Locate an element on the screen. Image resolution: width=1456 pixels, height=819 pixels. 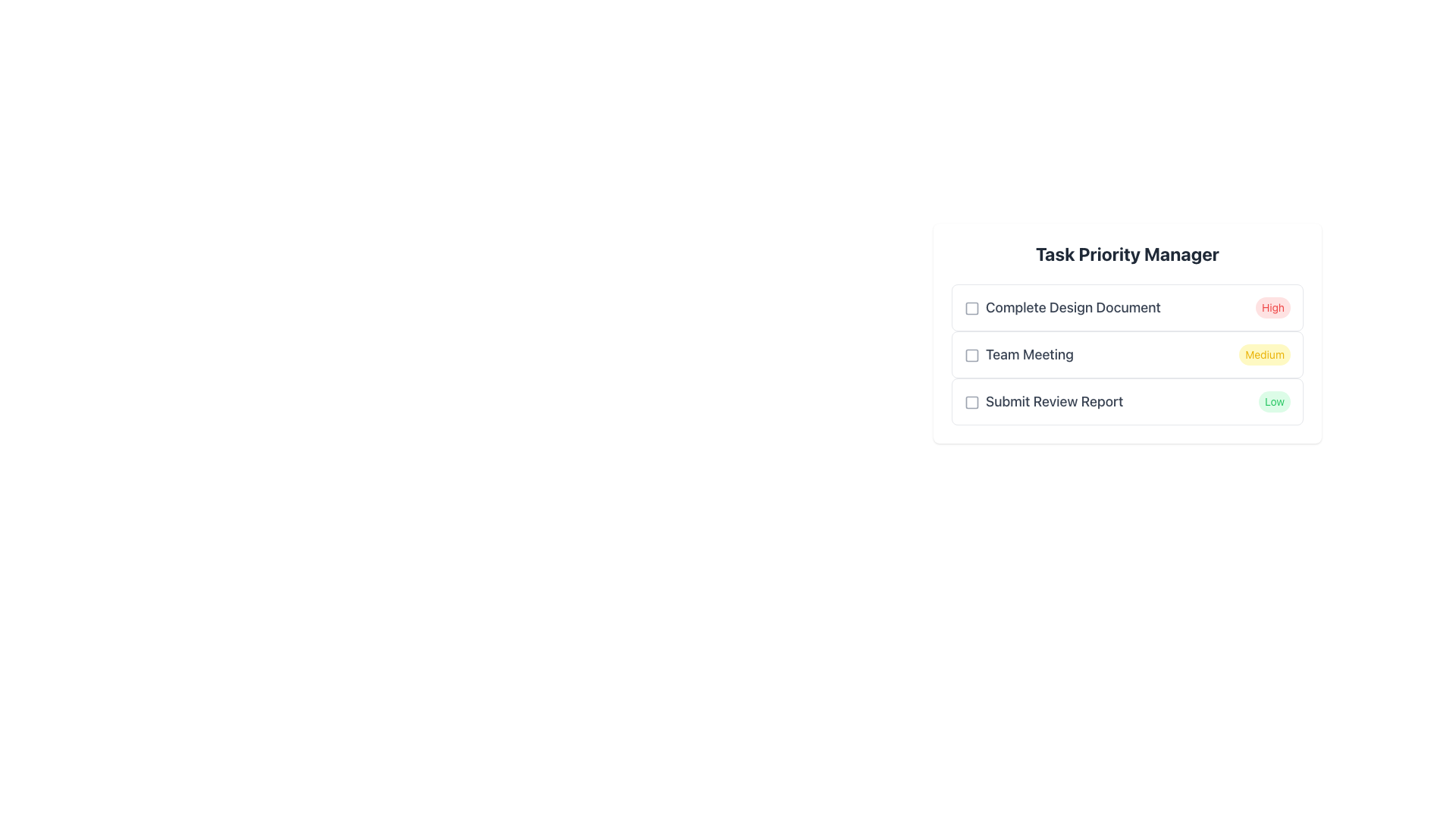
the 'Team Meeting' task entry is located at coordinates (1128, 354).